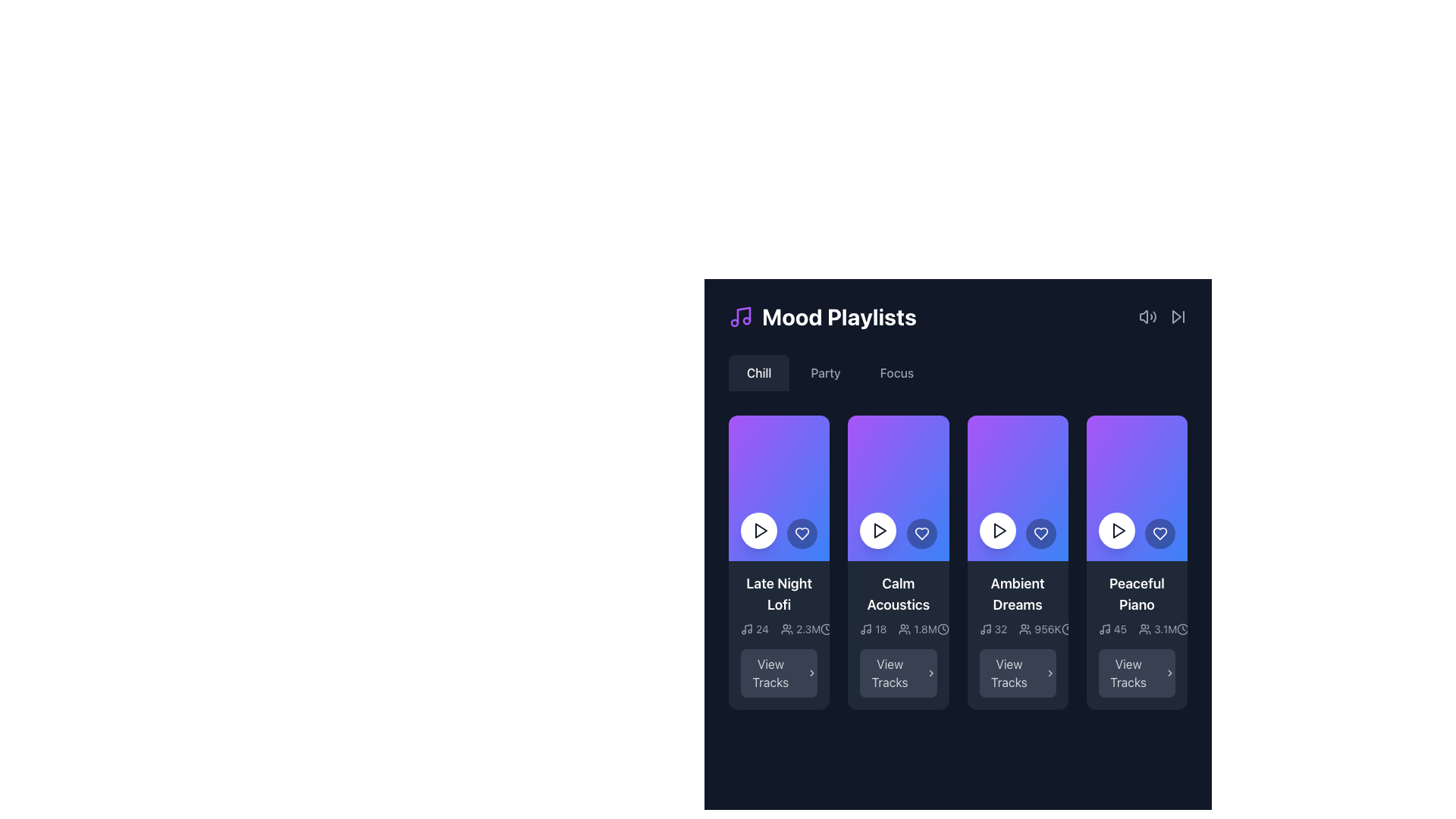 The height and width of the screenshot is (819, 1456). I want to click on the heart-shaped icon button located in the bottom-right corner of the 'Late Night Lofi' card, so click(802, 533).